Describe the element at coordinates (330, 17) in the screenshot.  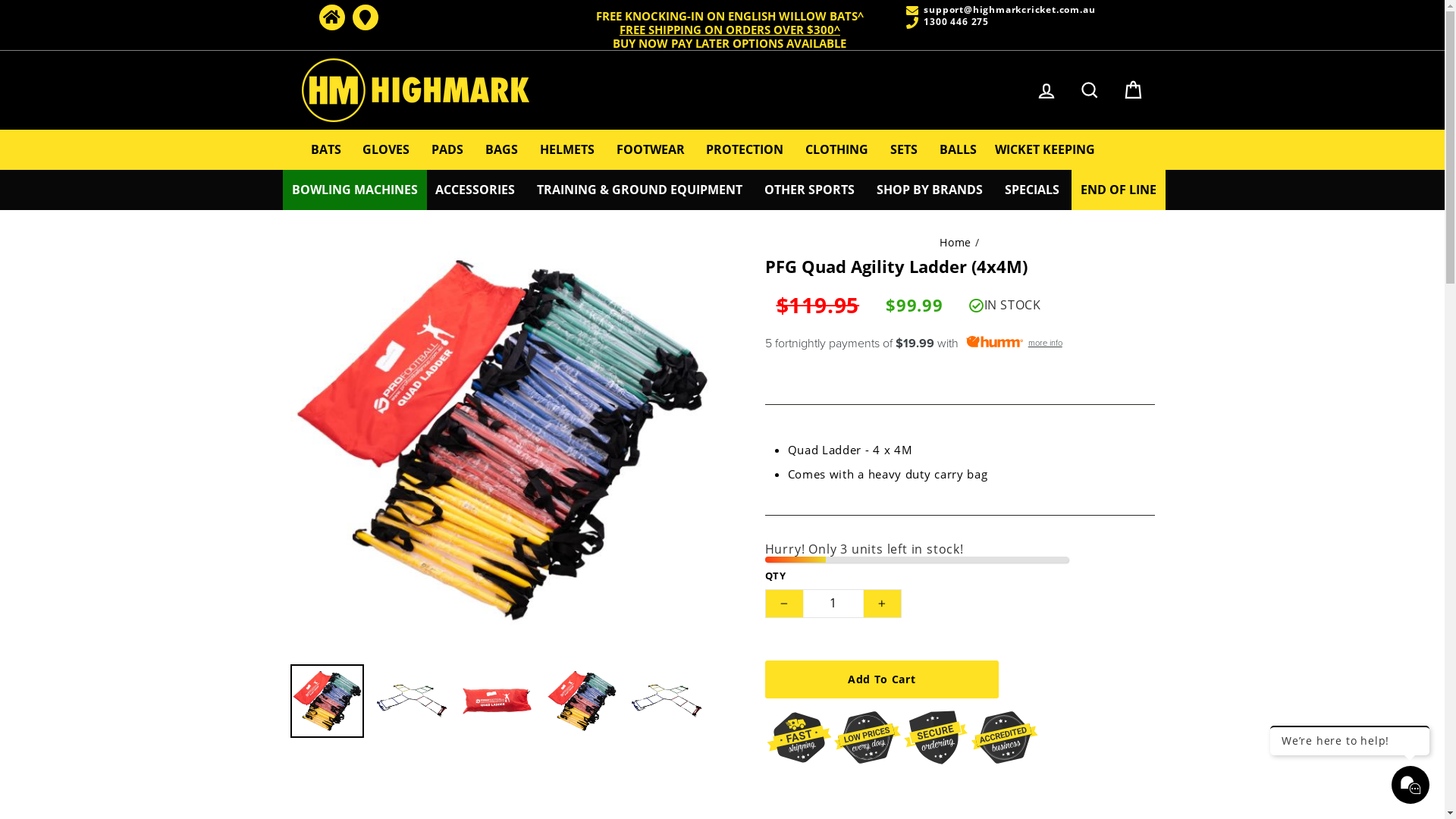
I see `'Home'` at that location.